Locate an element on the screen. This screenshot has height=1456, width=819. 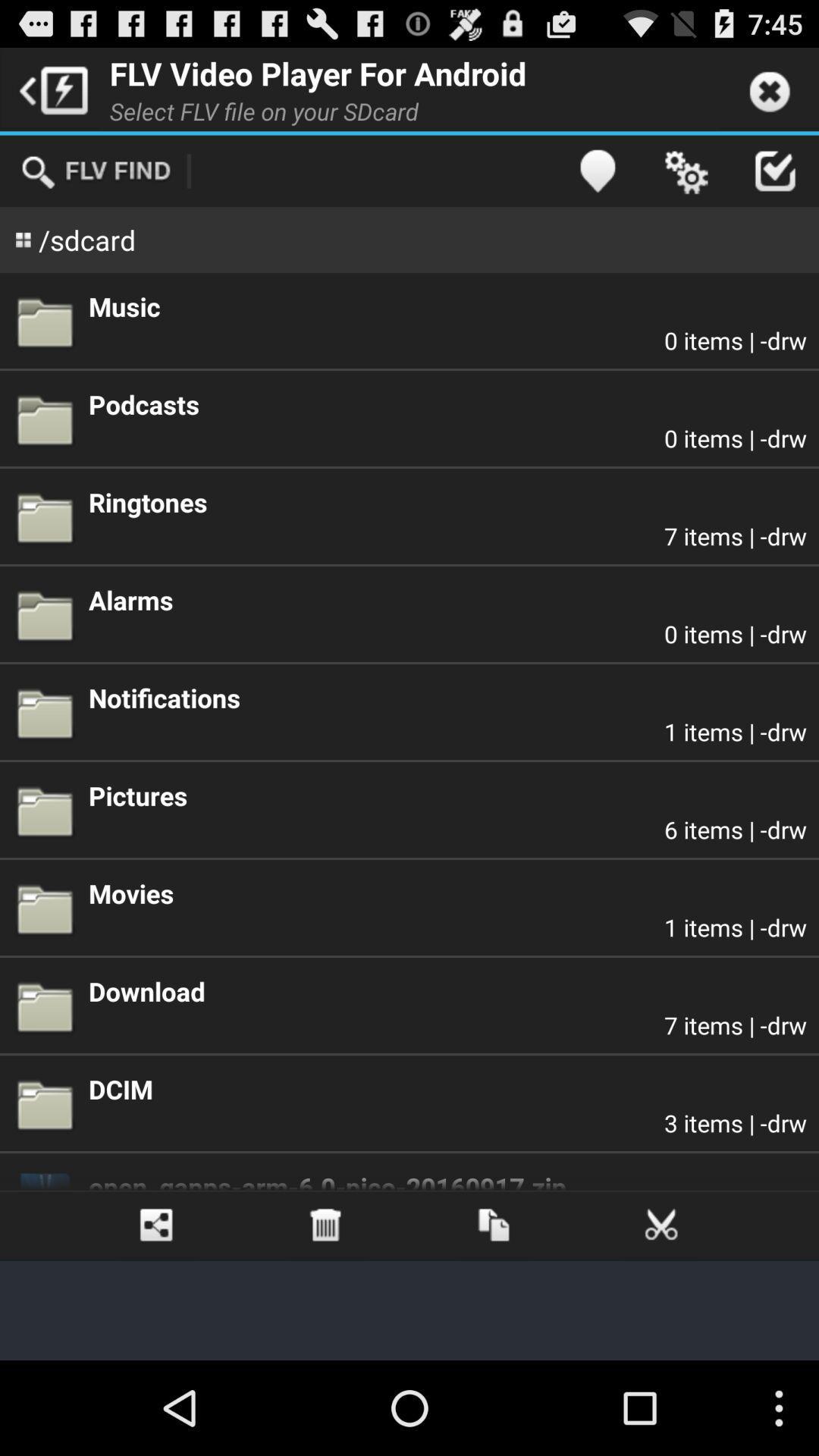
the delete icon is located at coordinates (324, 1310).